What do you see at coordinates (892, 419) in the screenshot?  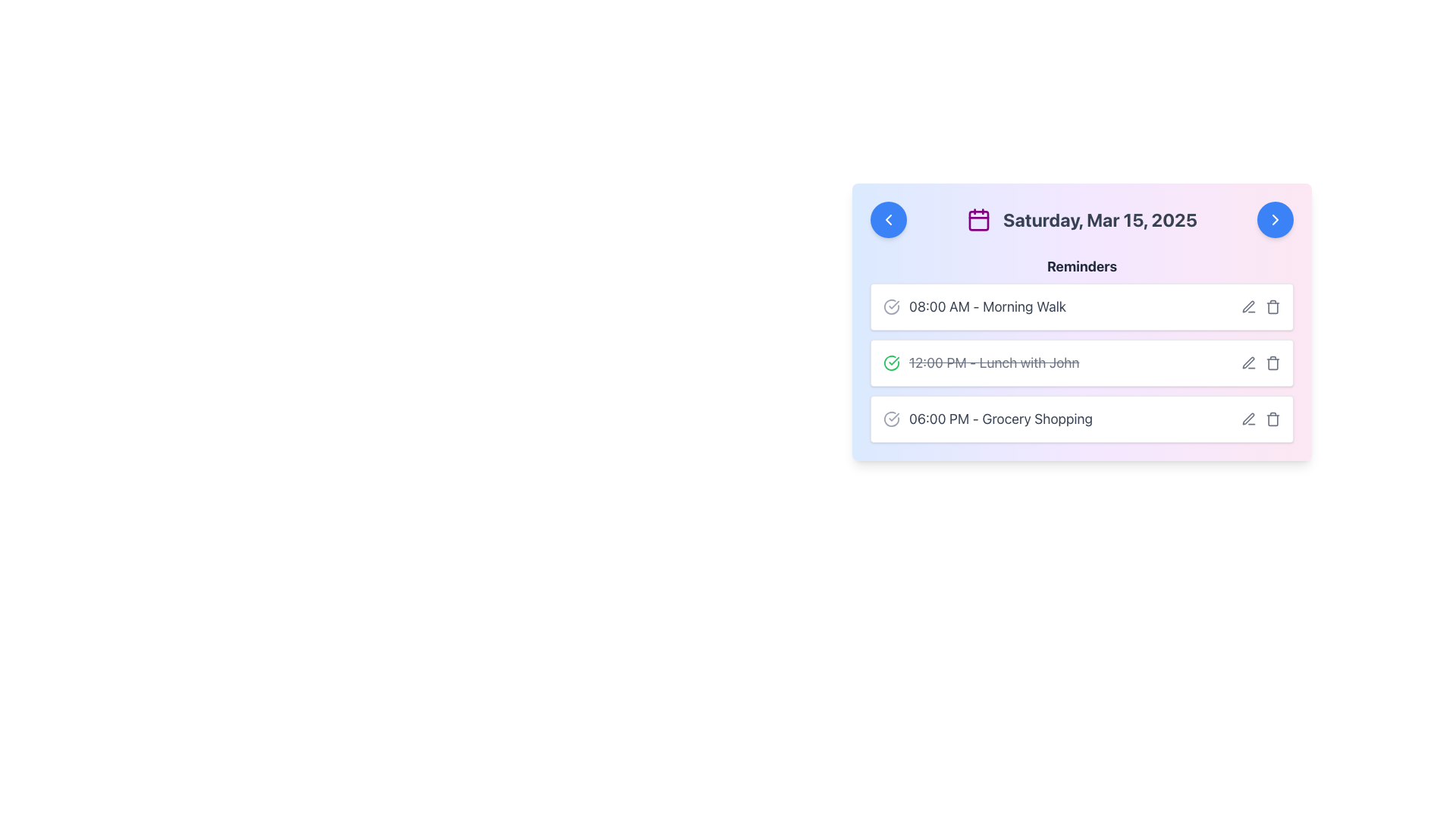 I see `the Interactive Icon` at bounding box center [892, 419].